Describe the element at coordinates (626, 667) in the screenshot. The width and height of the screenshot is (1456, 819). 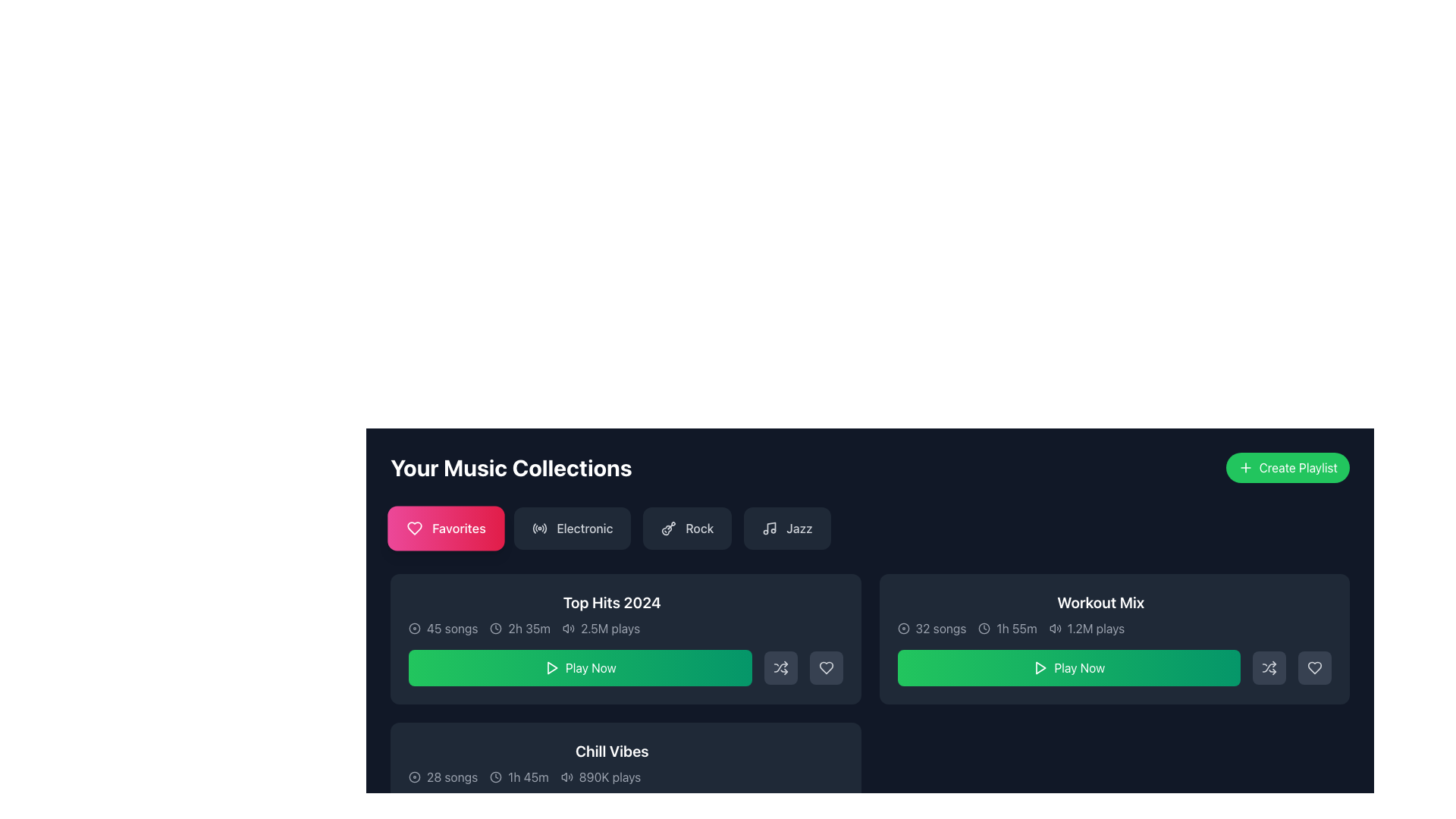
I see `the 'Play Now' button with a gradient green background in the 'Top Hits 2024' section` at that location.